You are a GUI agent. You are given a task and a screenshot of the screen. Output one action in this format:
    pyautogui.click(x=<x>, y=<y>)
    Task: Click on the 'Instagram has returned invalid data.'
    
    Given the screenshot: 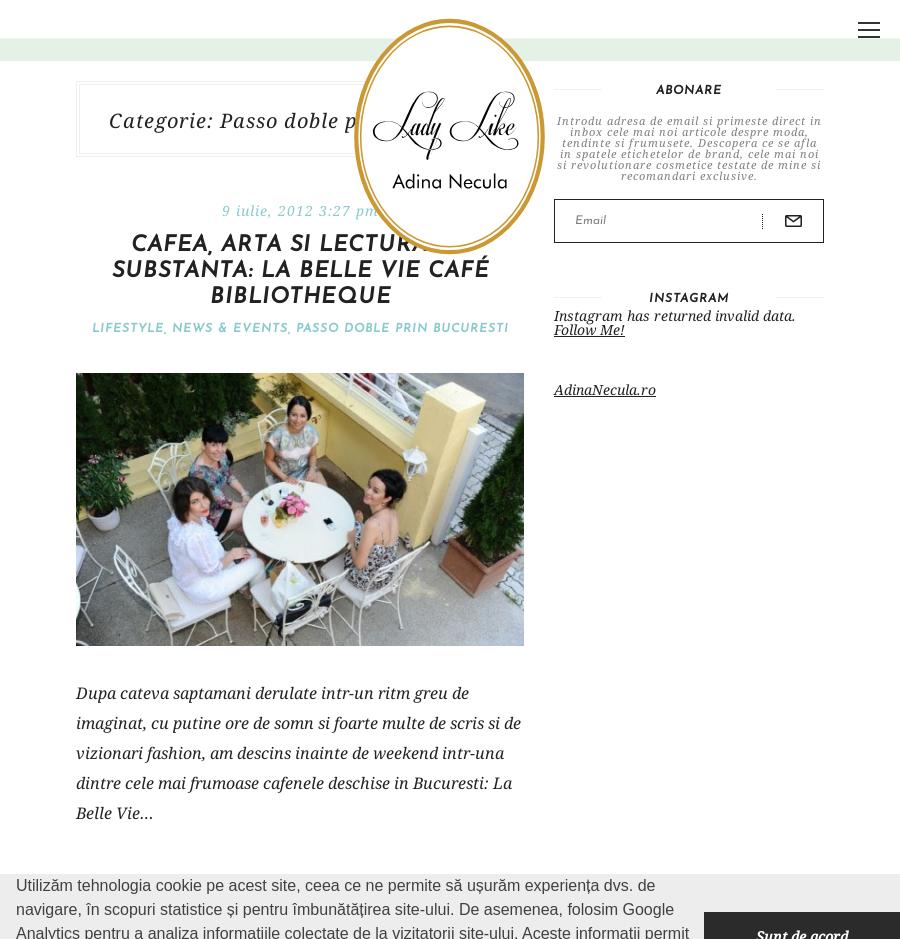 What is the action you would take?
    pyautogui.click(x=675, y=315)
    